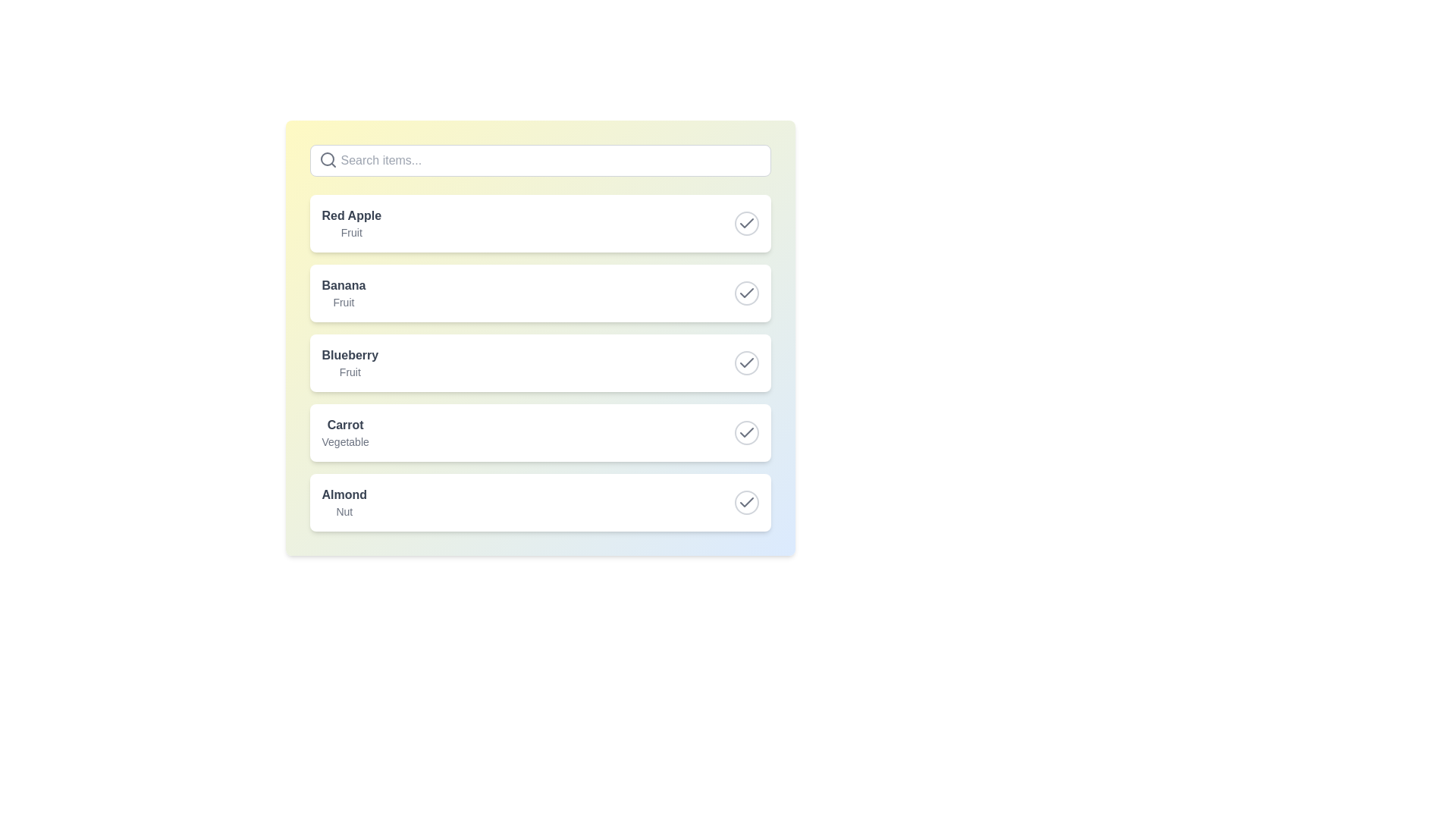 This screenshot has width=1456, height=819. Describe the element at coordinates (746, 362) in the screenshot. I see `the Checkbox-like indicator for the list item 'Blueberry - Fruit' to provide visual feedback` at that location.